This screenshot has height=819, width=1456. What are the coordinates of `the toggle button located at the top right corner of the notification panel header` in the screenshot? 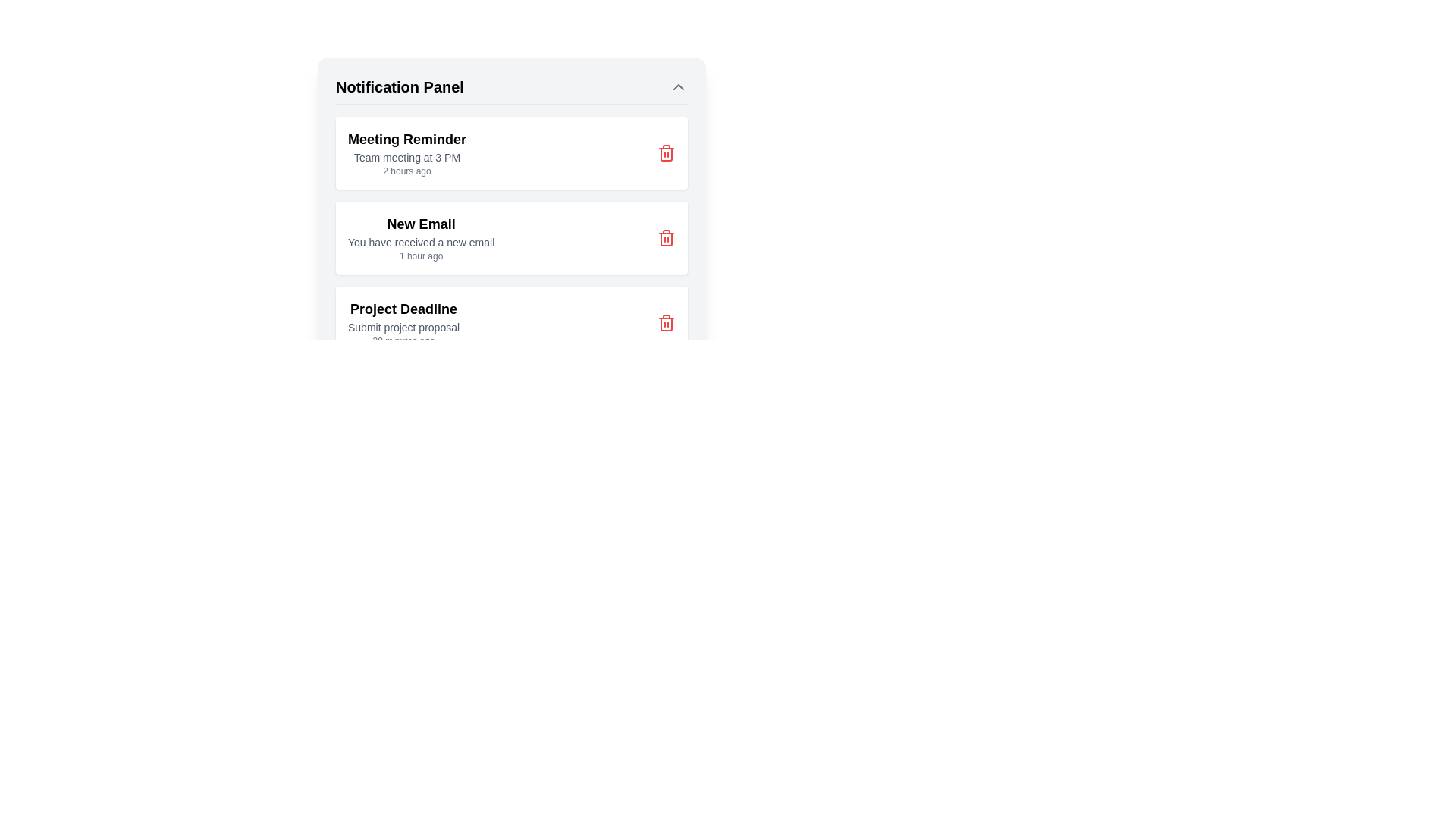 It's located at (677, 87).